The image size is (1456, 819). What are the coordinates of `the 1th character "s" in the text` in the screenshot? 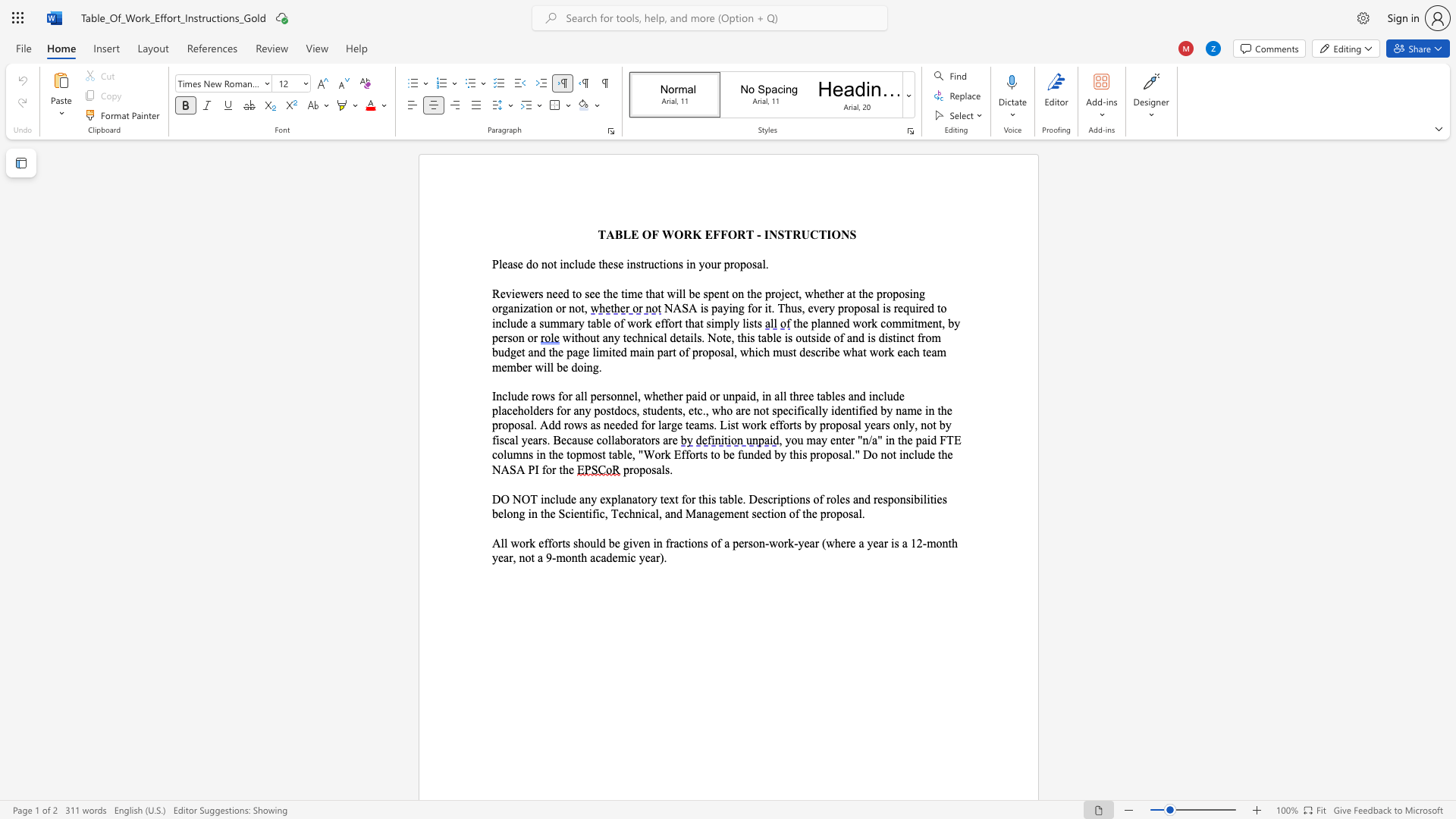 It's located at (515, 263).